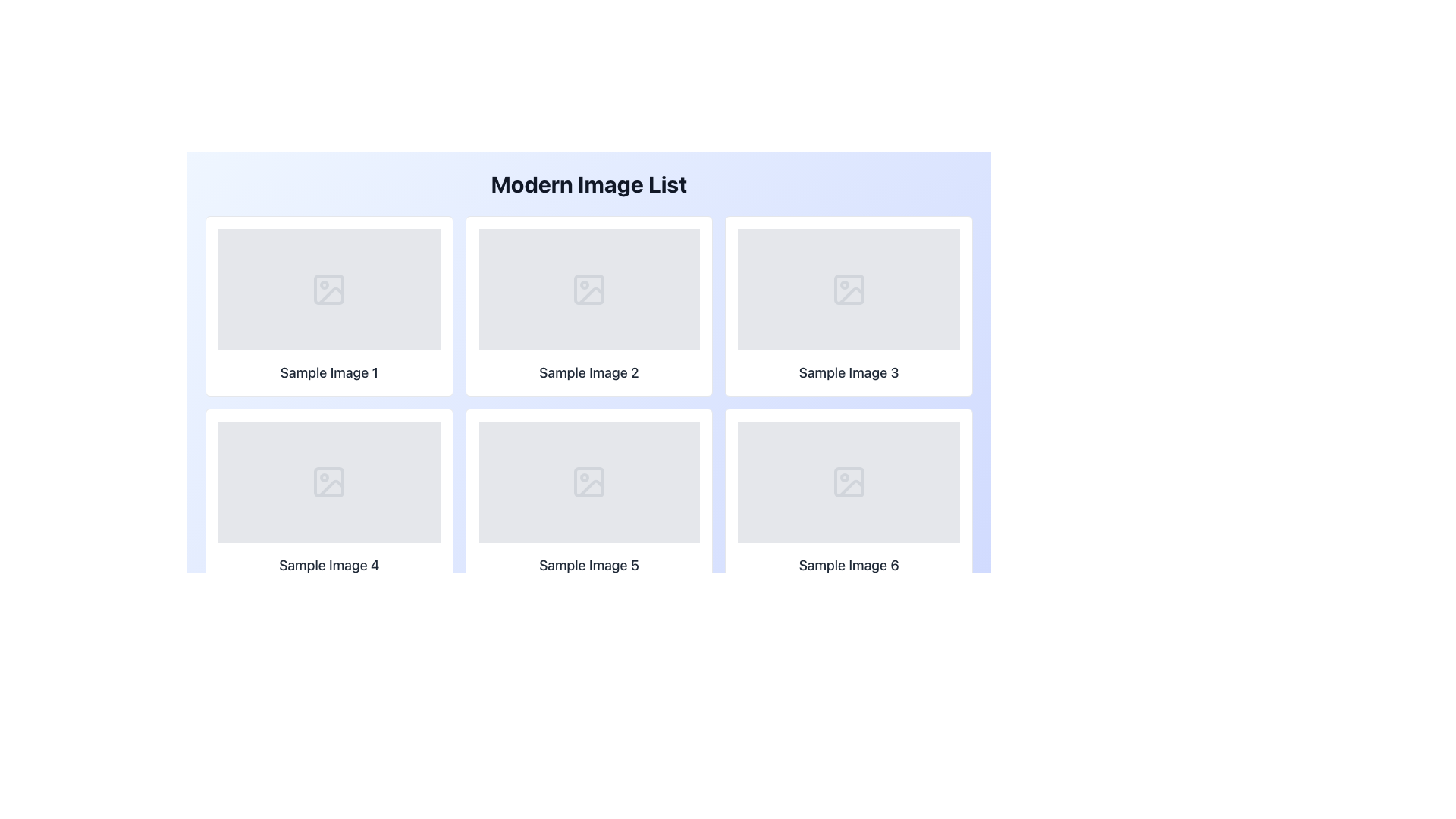 The height and width of the screenshot is (819, 1456). Describe the element at coordinates (588, 289) in the screenshot. I see `the Decorative SVG rectangle in the second image box labeled 'Sample Image 2' on the Modern Image List interface` at that location.